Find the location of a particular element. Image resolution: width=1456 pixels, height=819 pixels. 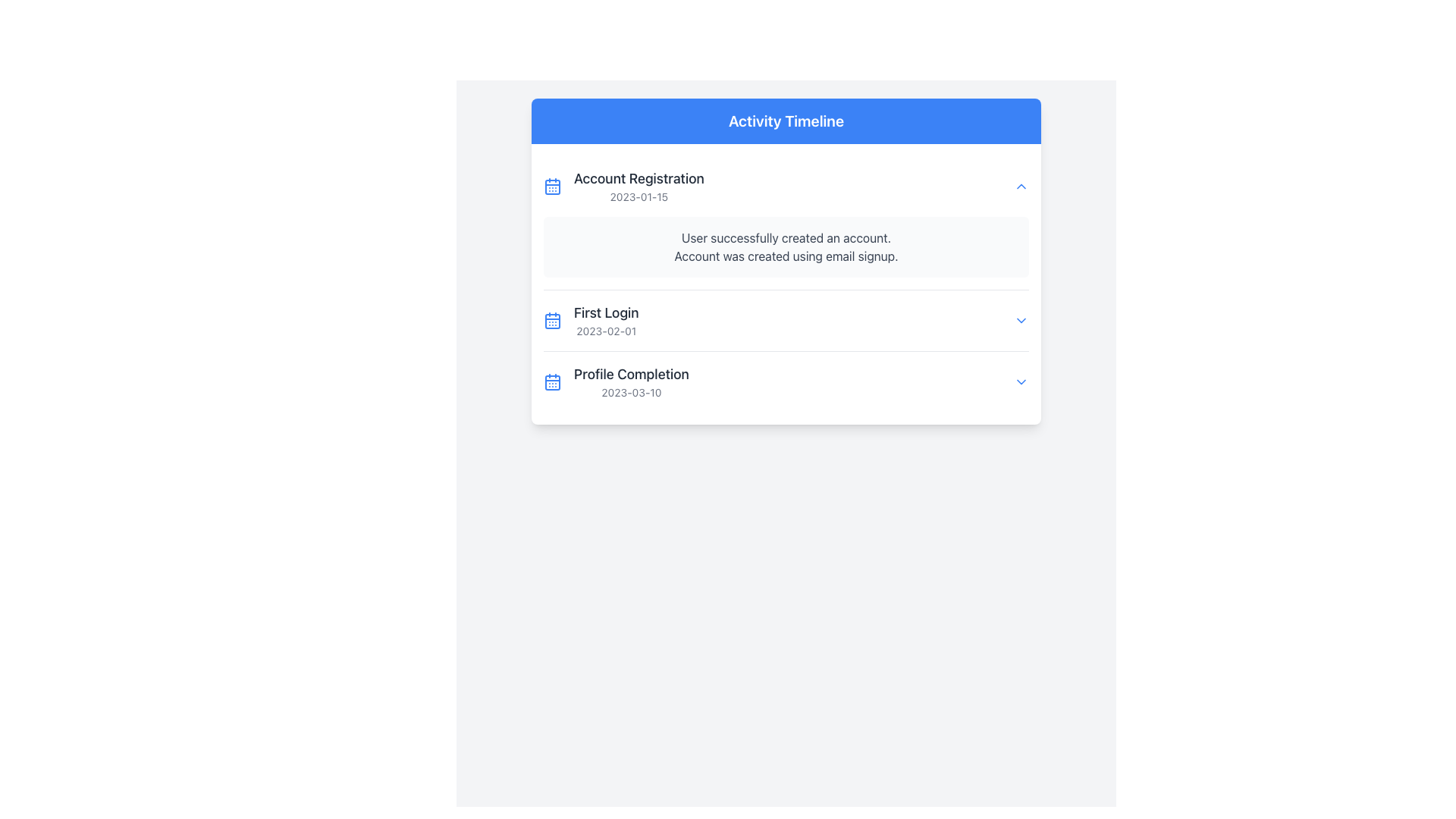

text from the header bar titled 'Activity Timeline', which has a bright blue background and white bold text centered in it is located at coordinates (786, 120).